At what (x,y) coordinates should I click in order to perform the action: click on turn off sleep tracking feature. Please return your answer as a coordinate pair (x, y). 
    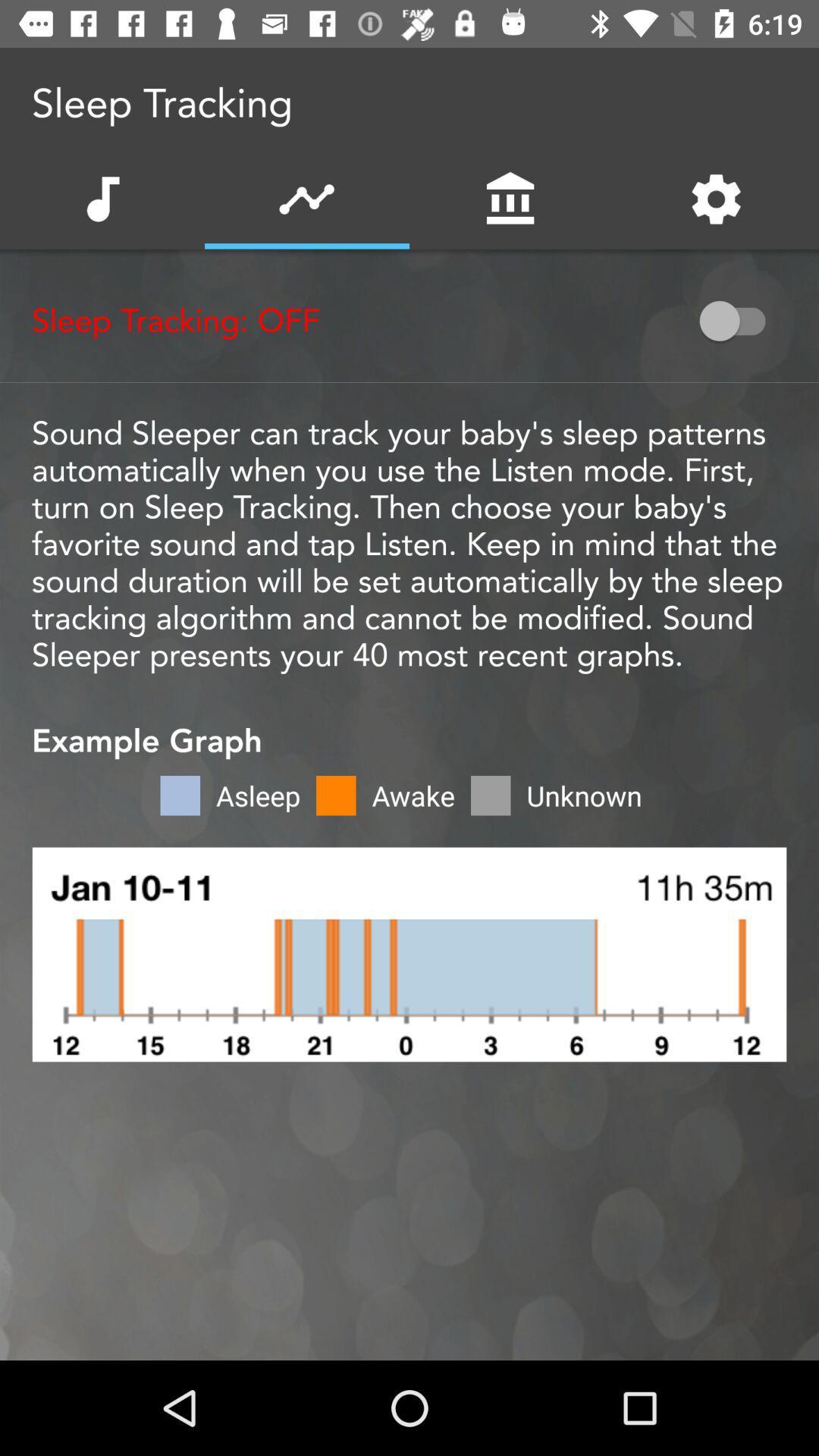
    Looking at the image, I should click on (739, 320).